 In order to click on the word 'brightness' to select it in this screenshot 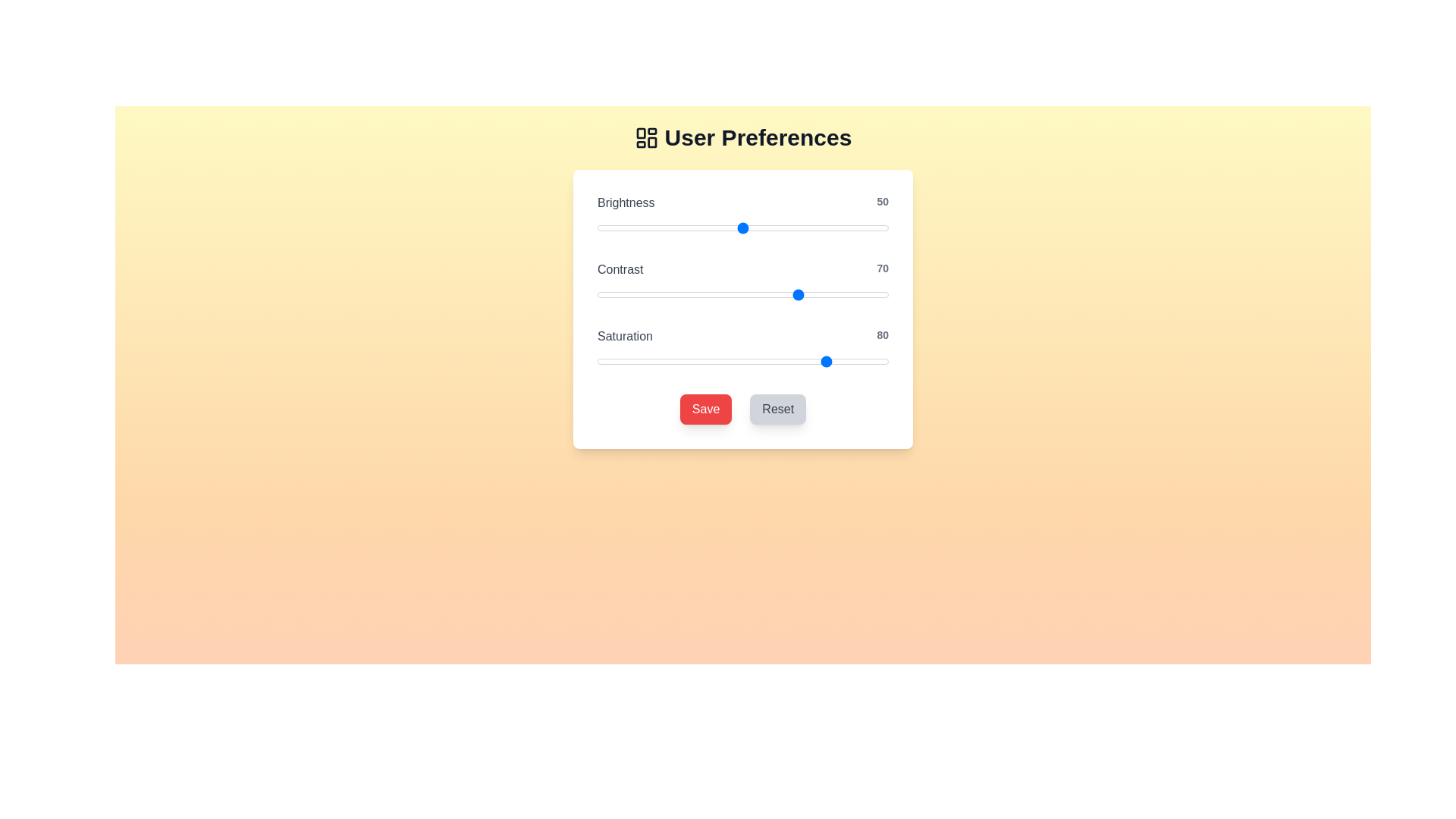, I will do `click(626, 202)`.